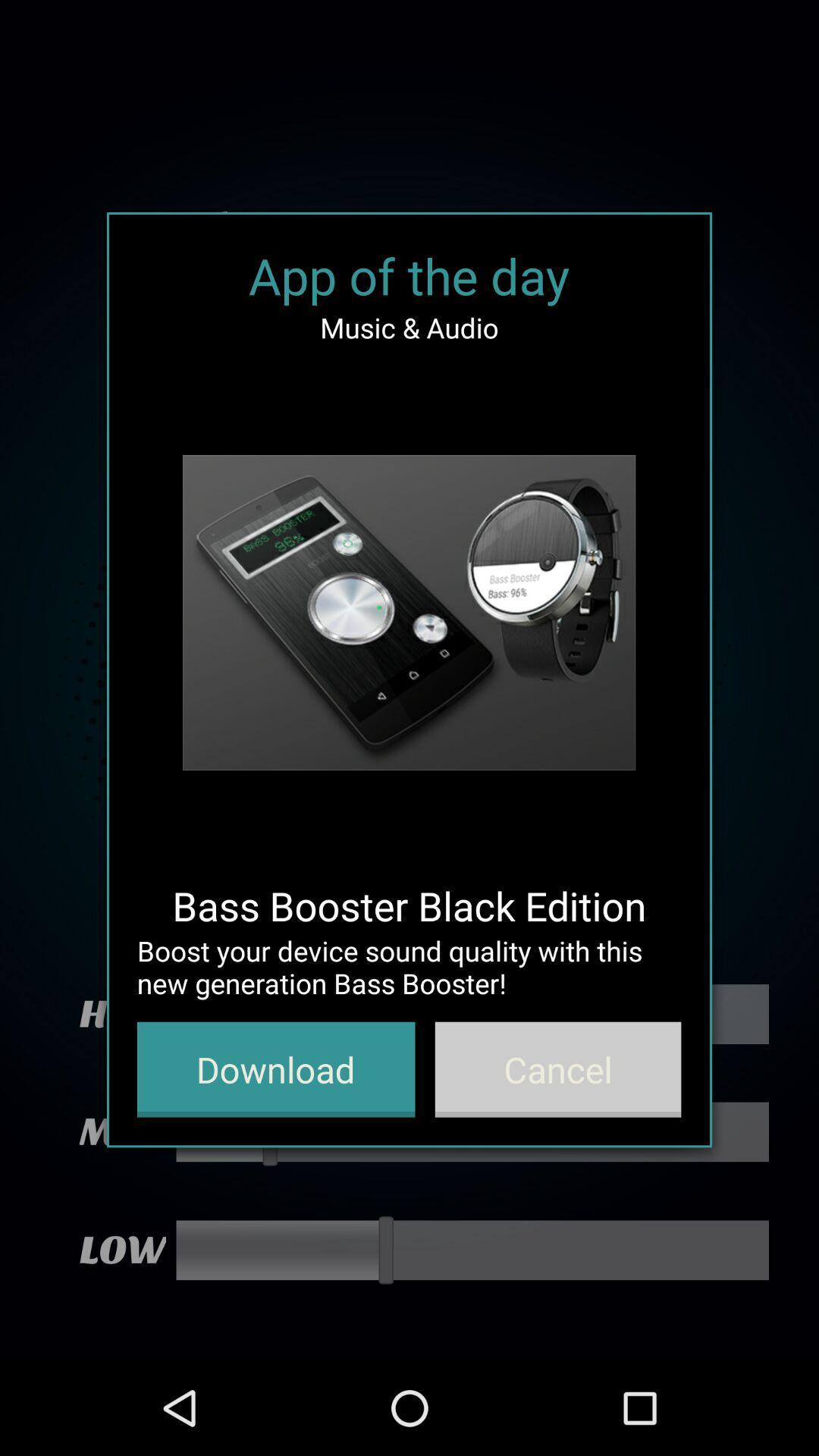 The image size is (819, 1456). What do you see at coordinates (276, 1068) in the screenshot?
I see `icon at the bottom` at bounding box center [276, 1068].